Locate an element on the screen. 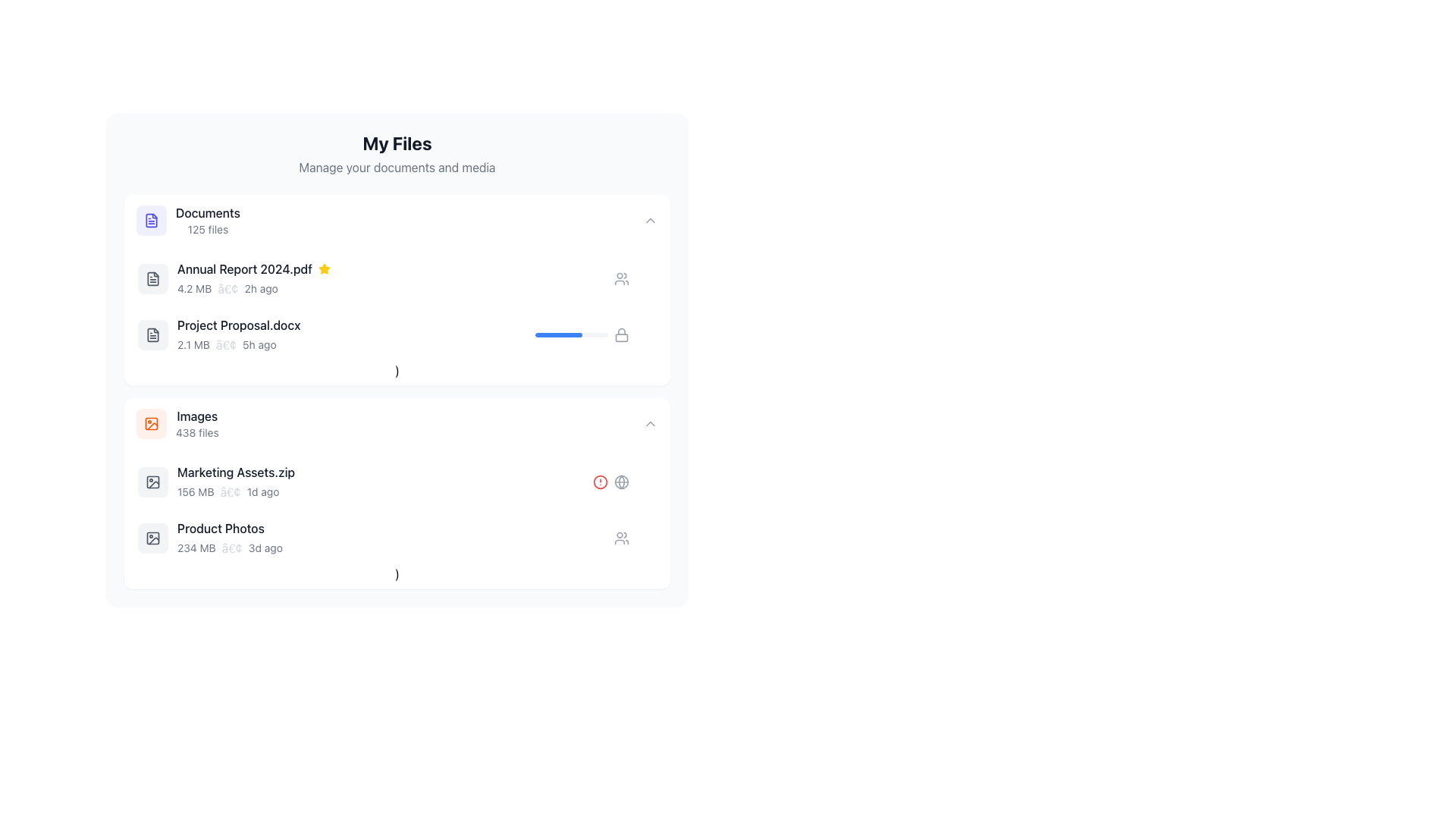 This screenshot has height=819, width=1456. the 'Documents' category displayed in bold dark gray text, which shows 'Documents' on the first line and '125 files' on the second line, located adjacent to a purple icon with a document graphic is located at coordinates (207, 220).